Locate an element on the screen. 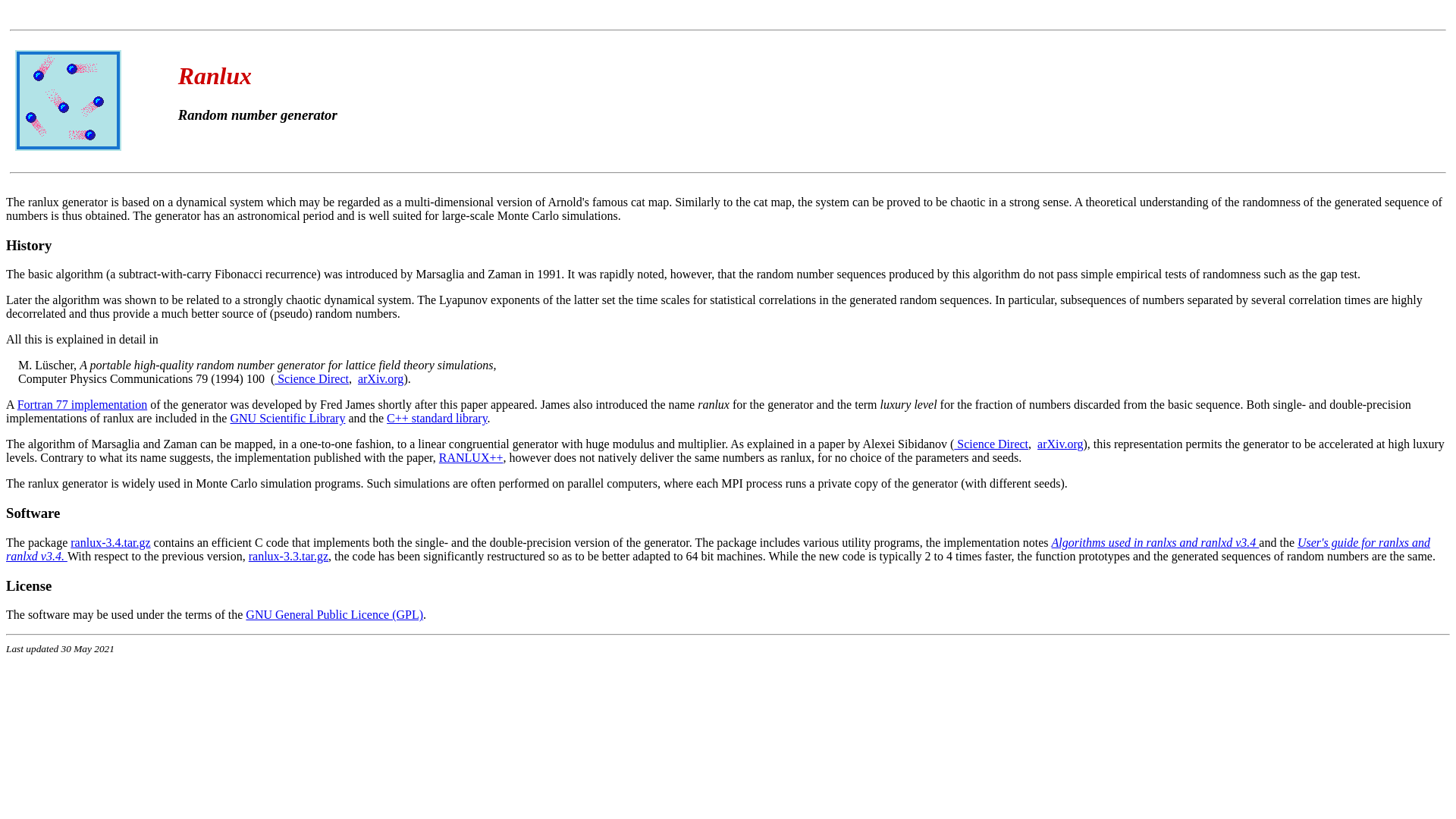 The width and height of the screenshot is (1456, 819). 'RANLUX++' is located at coordinates (470, 457).